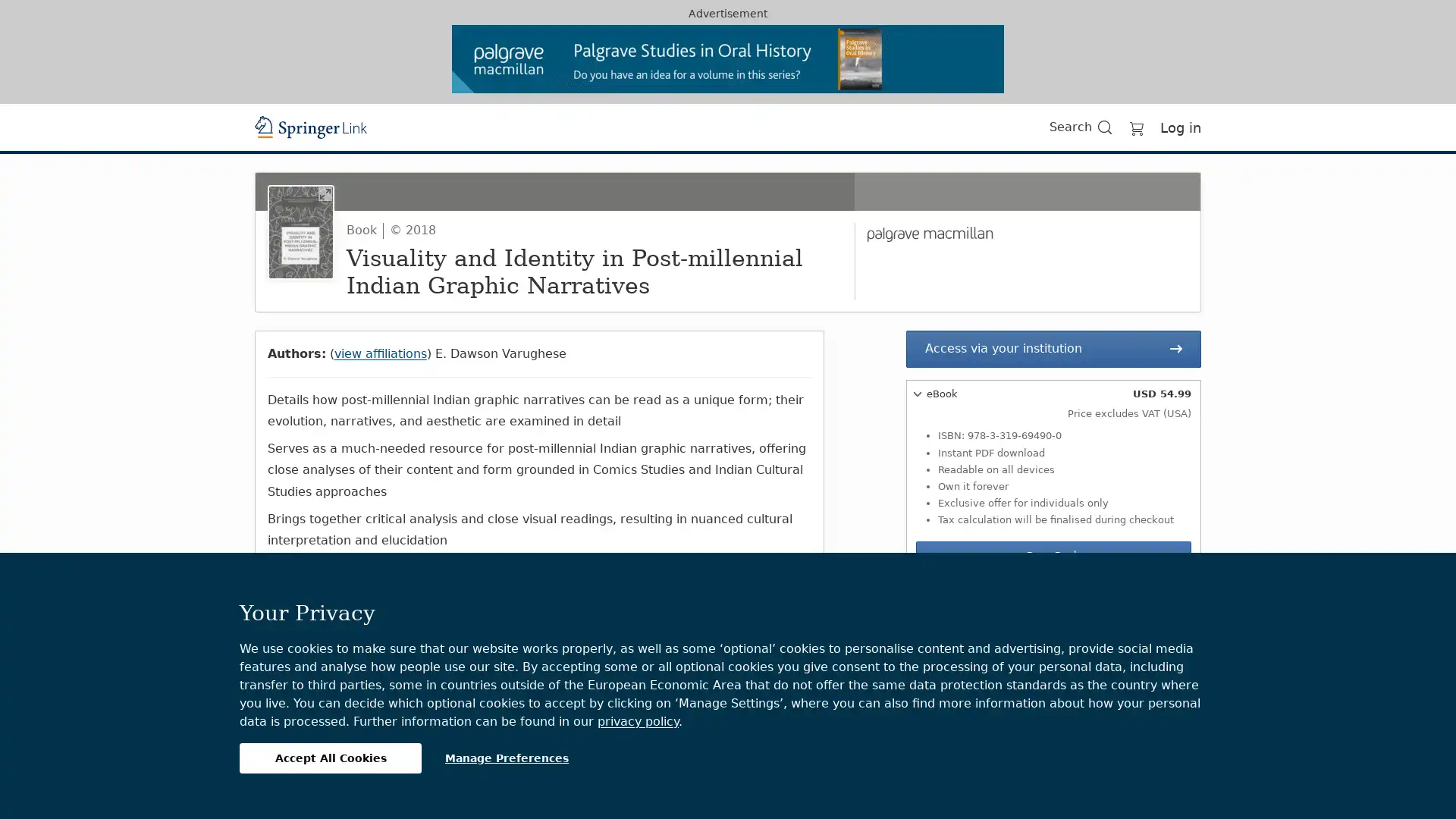  What do you see at coordinates (1136, 126) in the screenshot?
I see `Go to cart` at bounding box center [1136, 126].